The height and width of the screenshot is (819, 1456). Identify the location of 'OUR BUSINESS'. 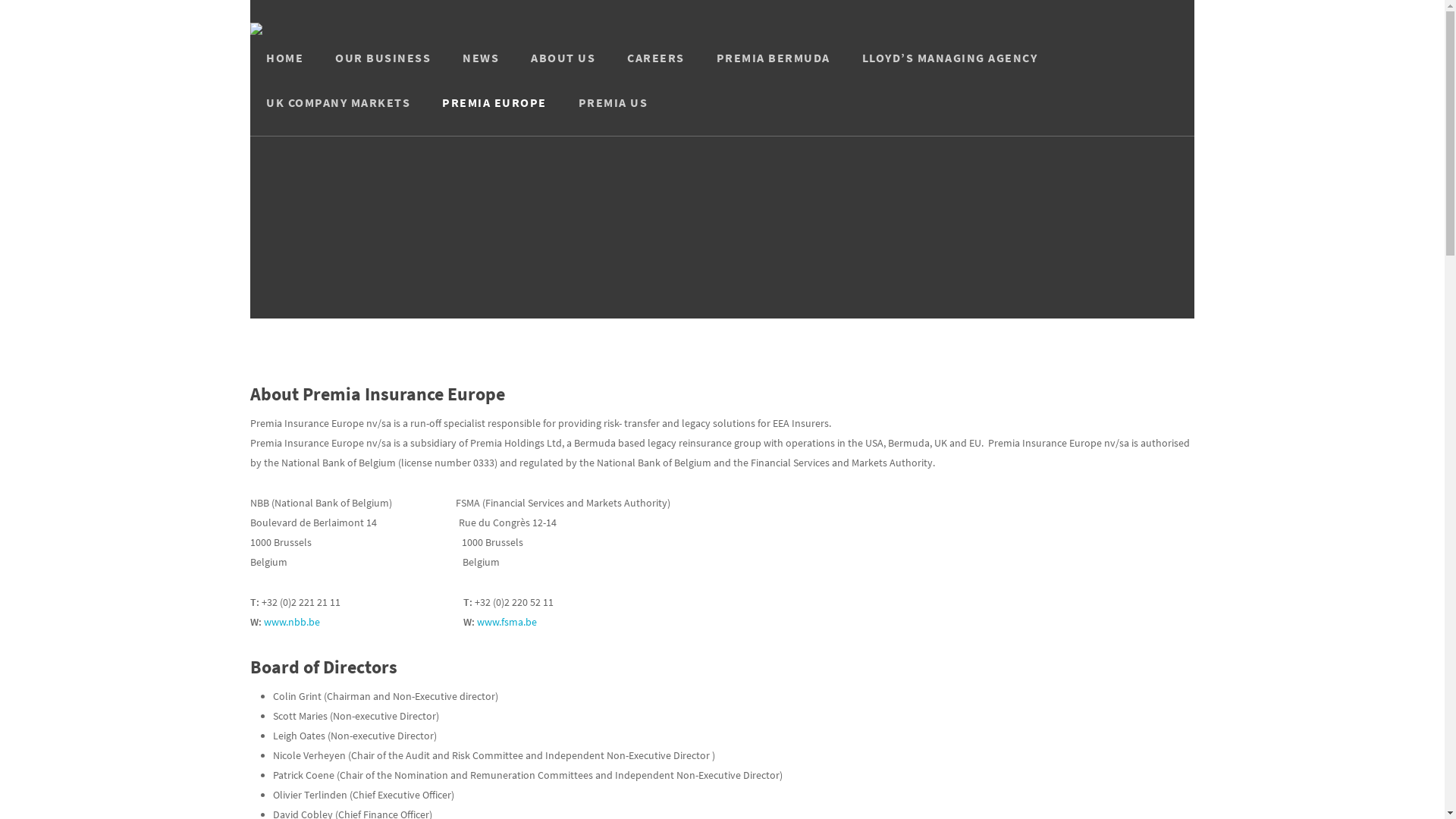
(319, 69).